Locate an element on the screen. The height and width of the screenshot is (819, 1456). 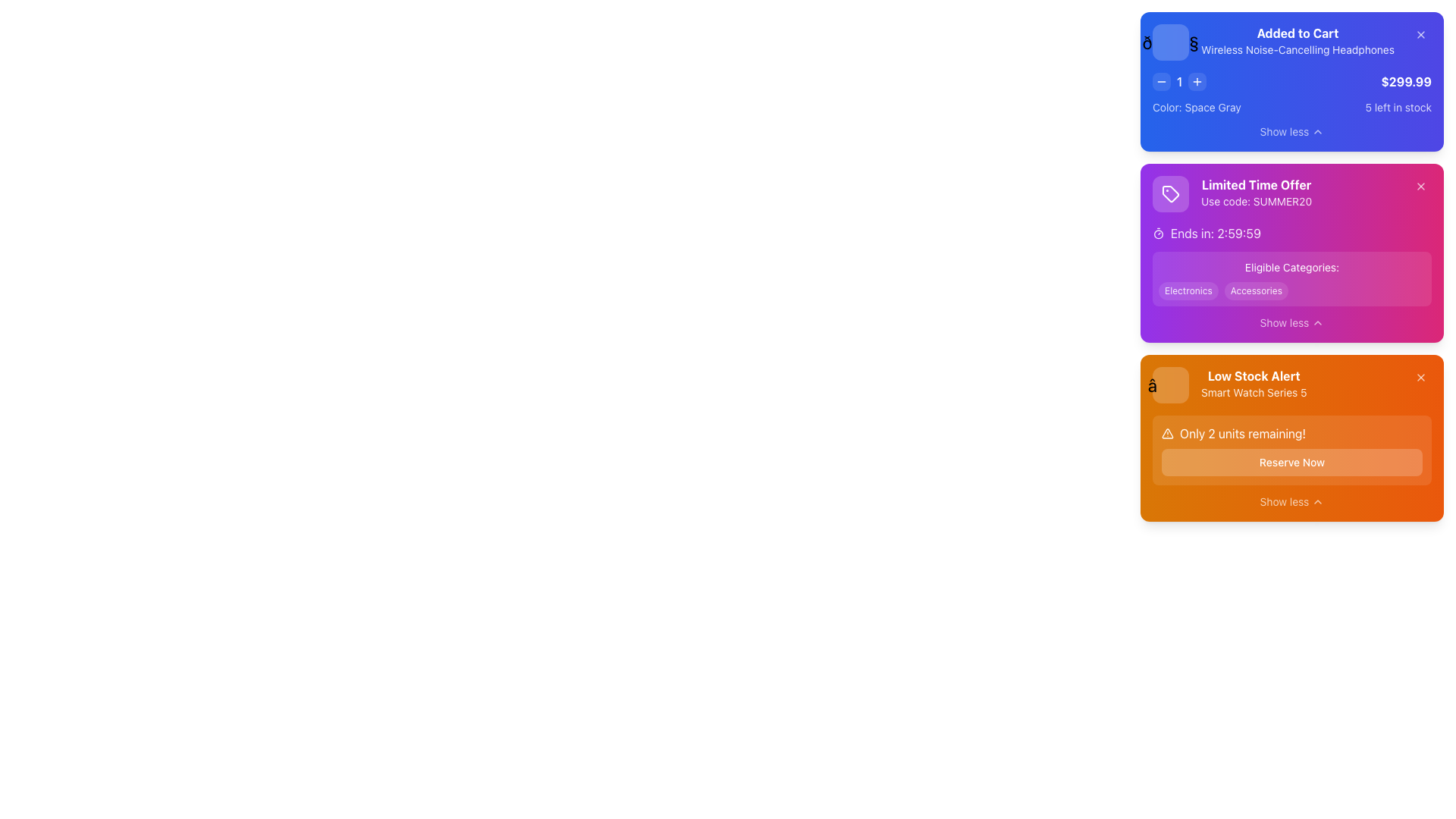
the text block that displays the bold title 'Added to Cart' and subheading 'Wireless Noise-Cancelling Headphones' on a vibrant blue background is located at coordinates (1273, 42).